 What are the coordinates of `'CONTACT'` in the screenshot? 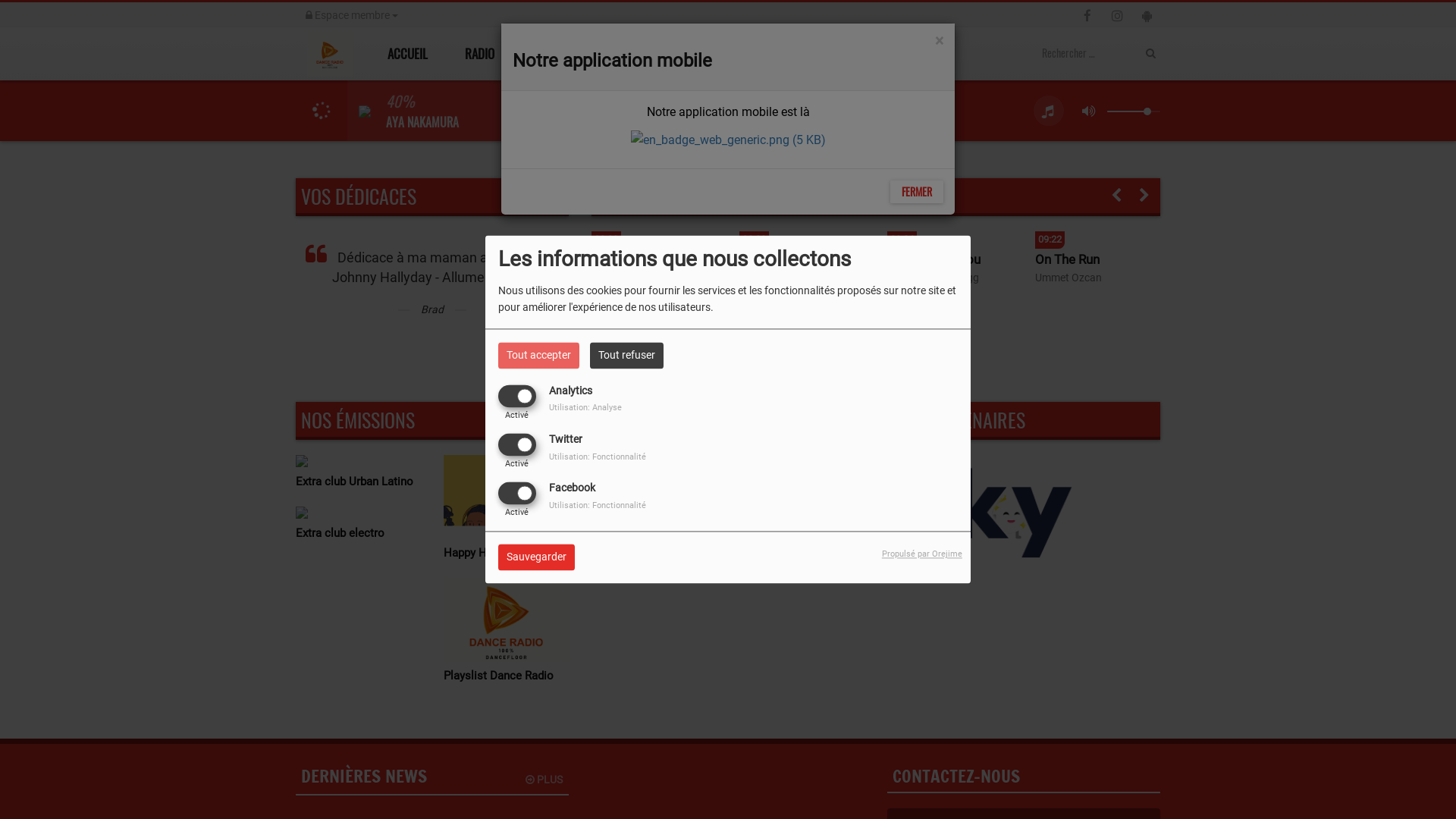 It's located at (807, 52).